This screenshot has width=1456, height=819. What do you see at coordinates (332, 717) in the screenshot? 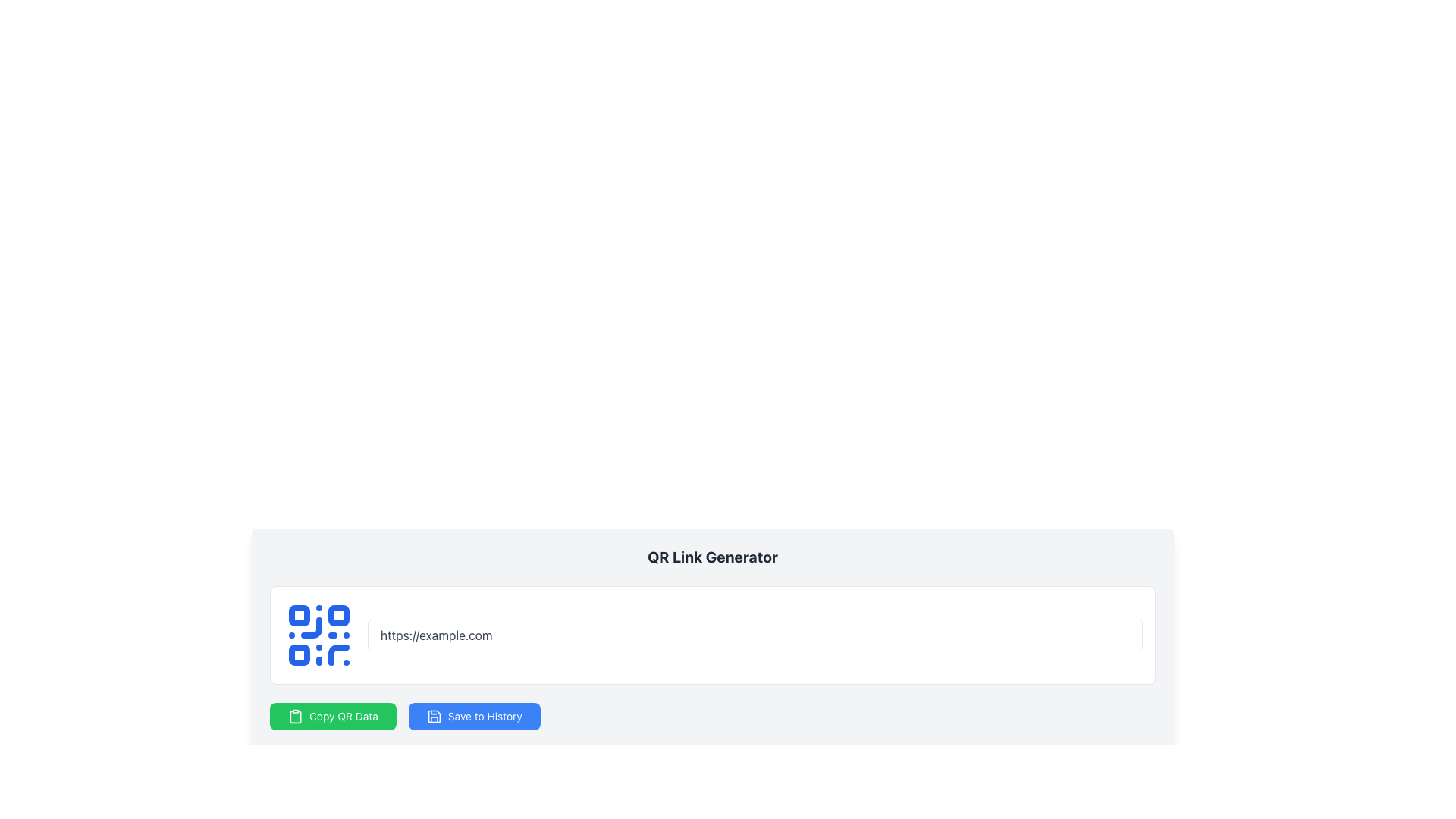
I see `the green button labeled 'Copy QR Data' with a clipboard icon to copy the displayed QR code data` at bounding box center [332, 717].